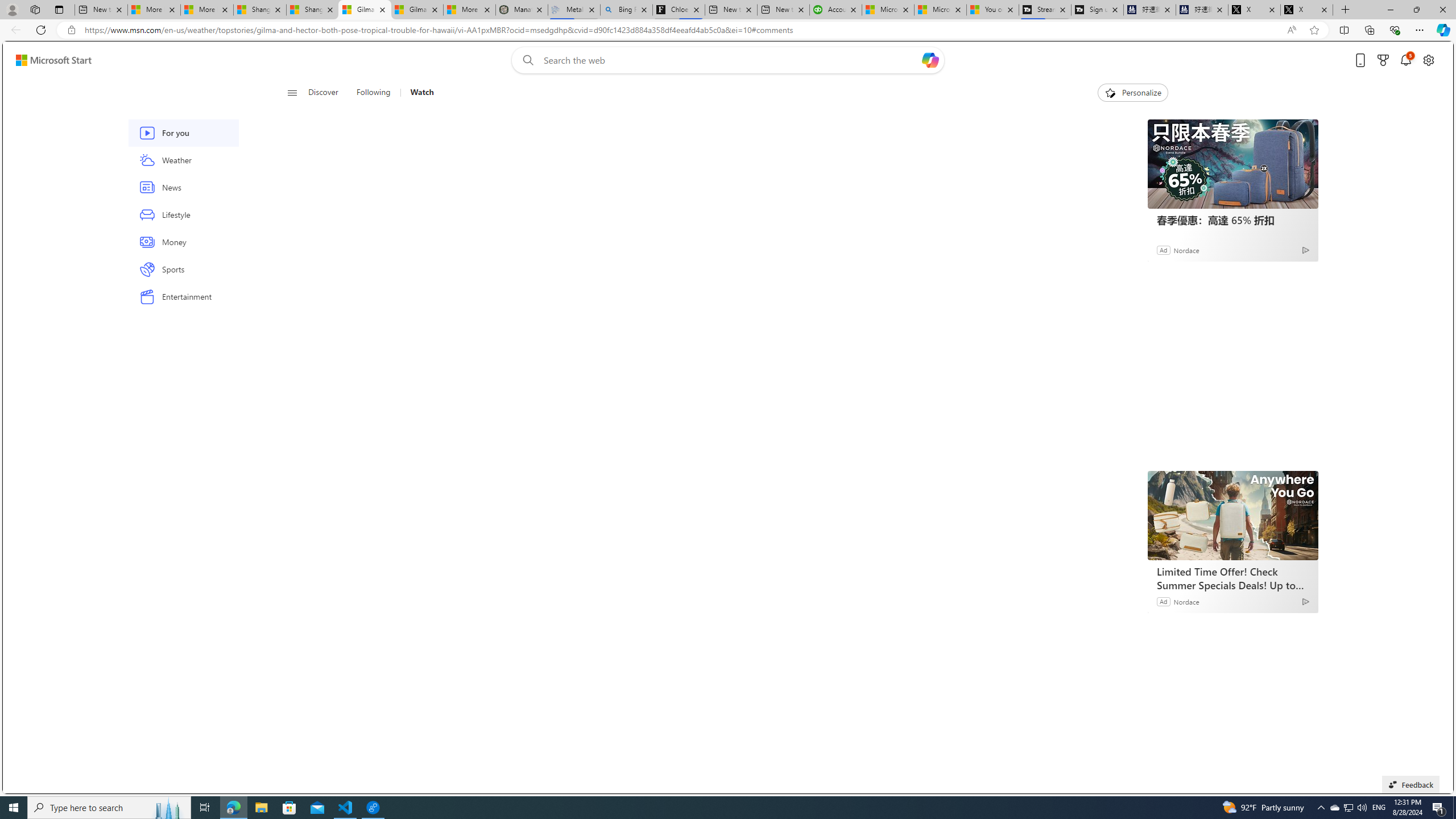 This screenshot has width=1456, height=819. I want to click on 'Bing Real Estate - Home sales and rental listings', so click(626, 9).